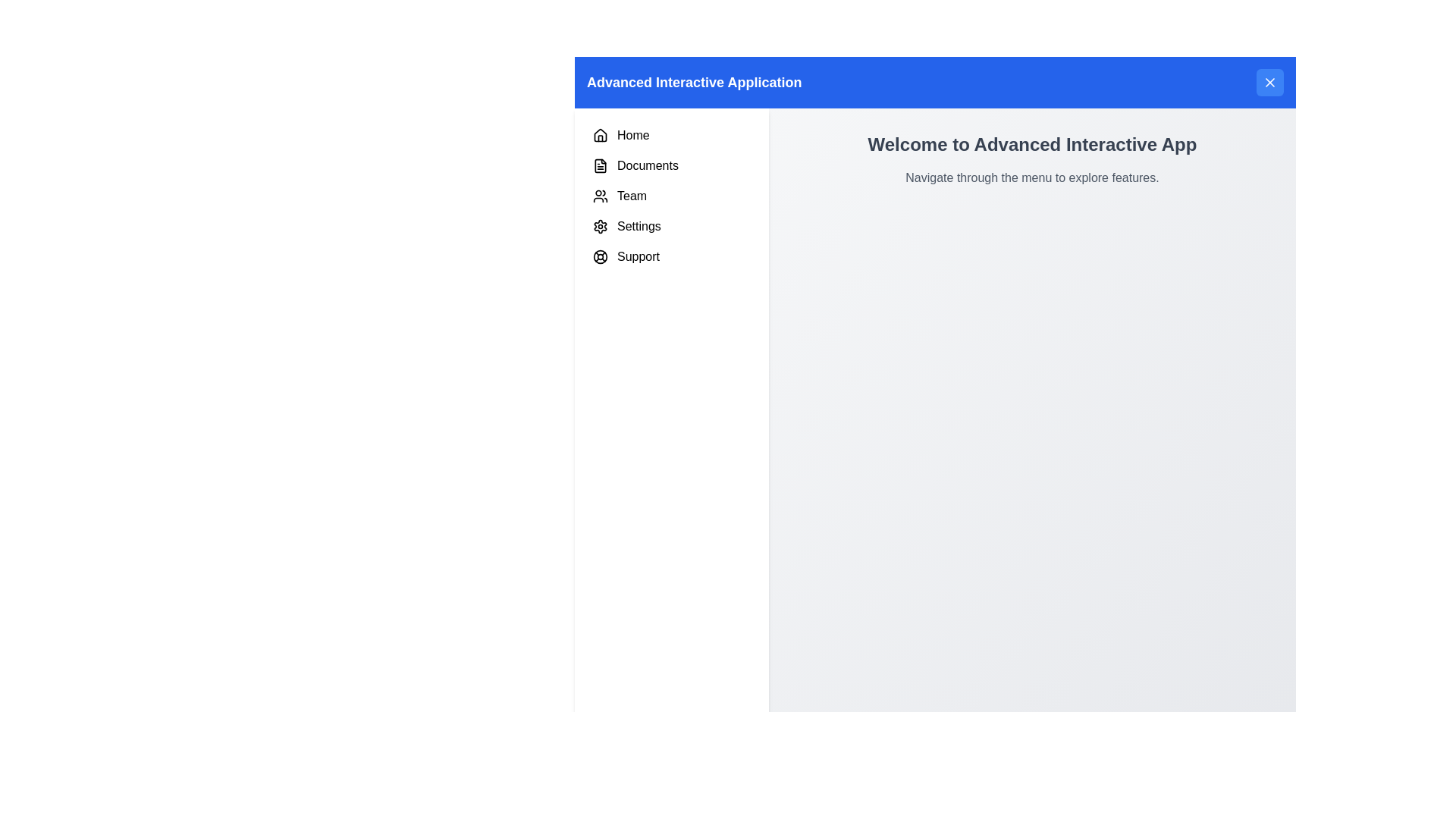  What do you see at coordinates (600, 227) in the screenshot?
I see `the Settings icon located in the fourth position of the vertical menu on the left` at bounding box center [600, 227].